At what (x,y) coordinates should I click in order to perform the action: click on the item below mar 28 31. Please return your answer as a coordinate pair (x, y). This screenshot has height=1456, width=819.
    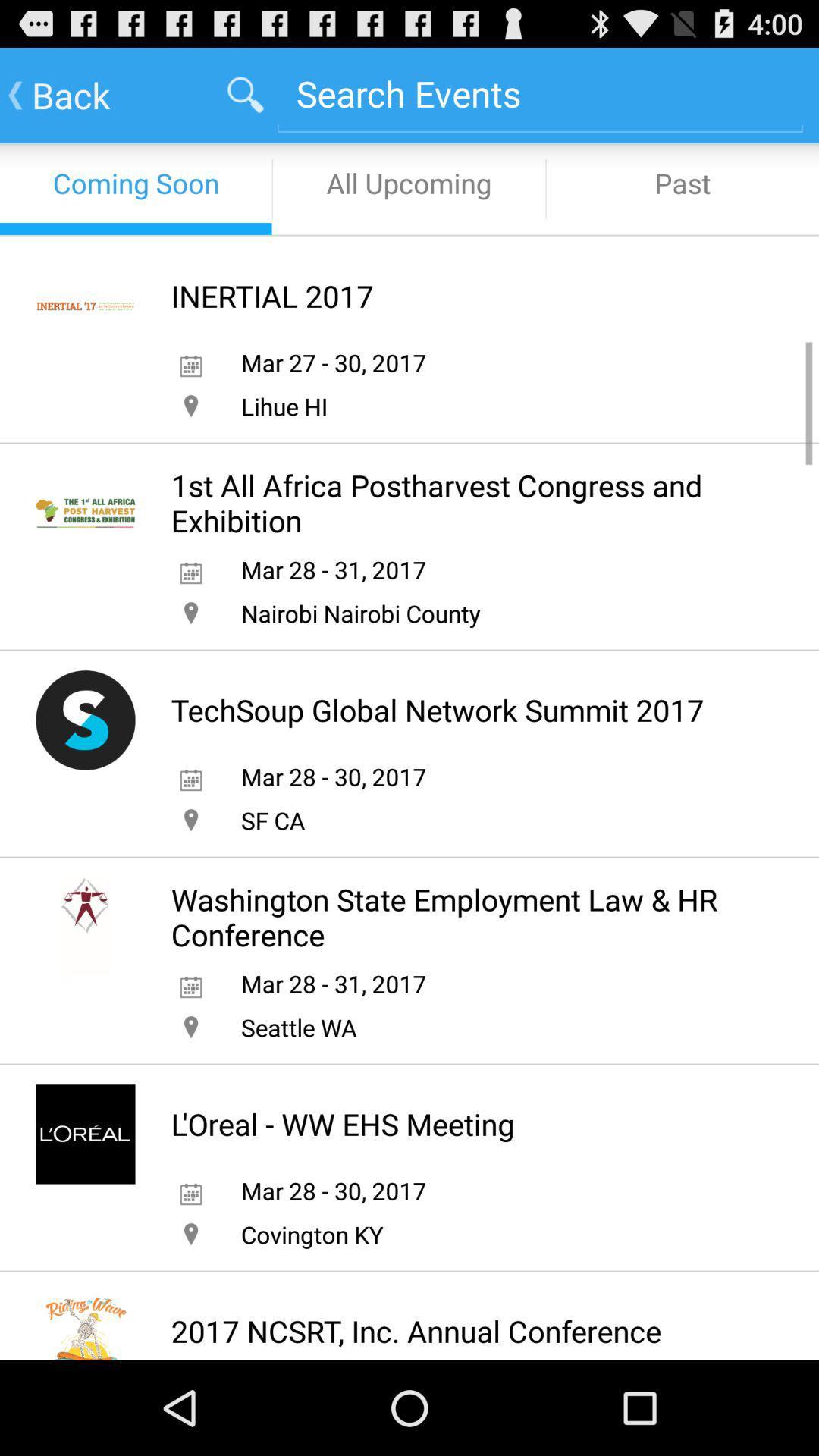
    Looking at the image, I should click on (299, 1027).